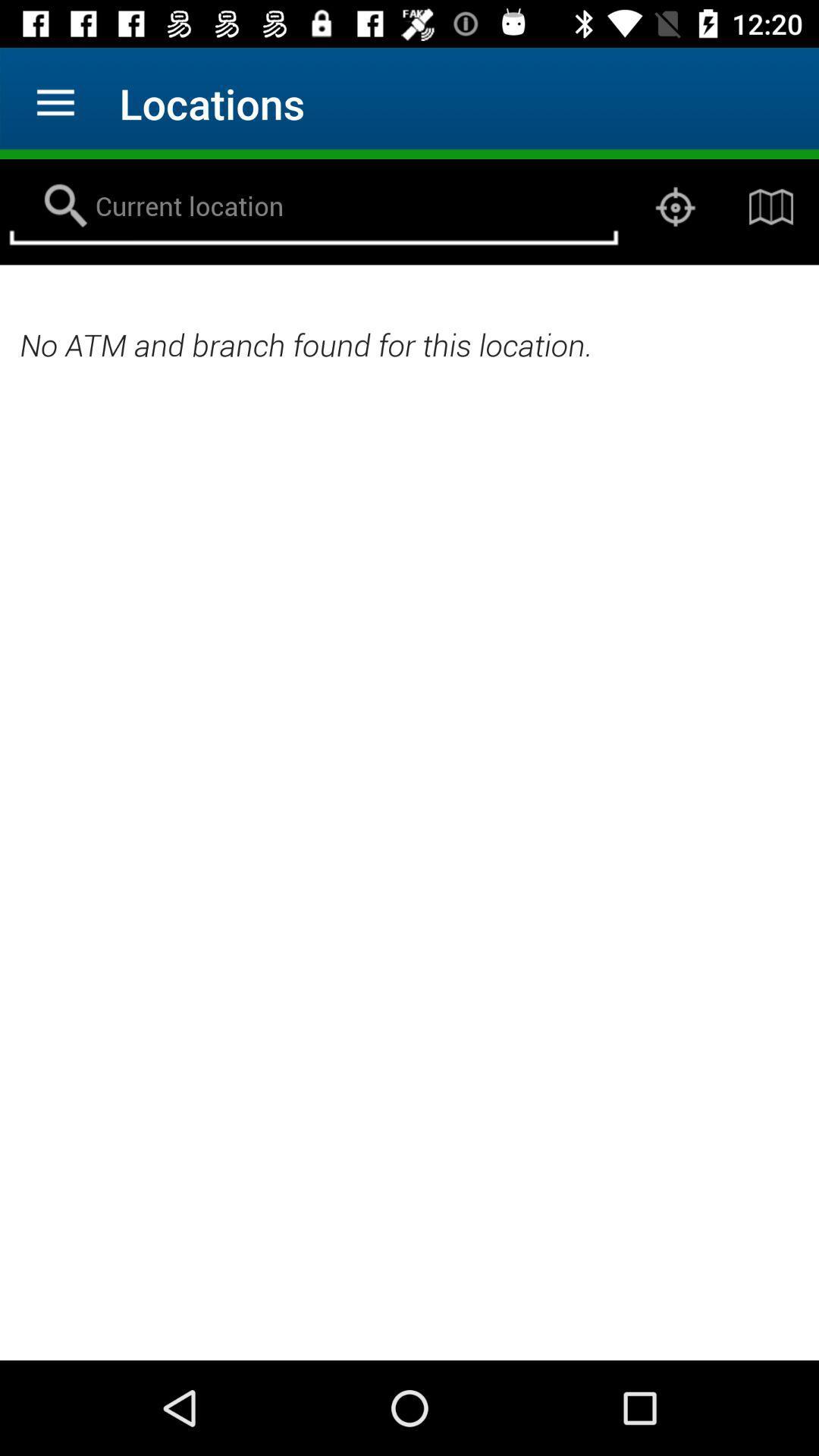 This screenshot has width=819, height=1456. Describe the element at coordinates (771, 206) in the screenshot. I see `the book icon` at that location.